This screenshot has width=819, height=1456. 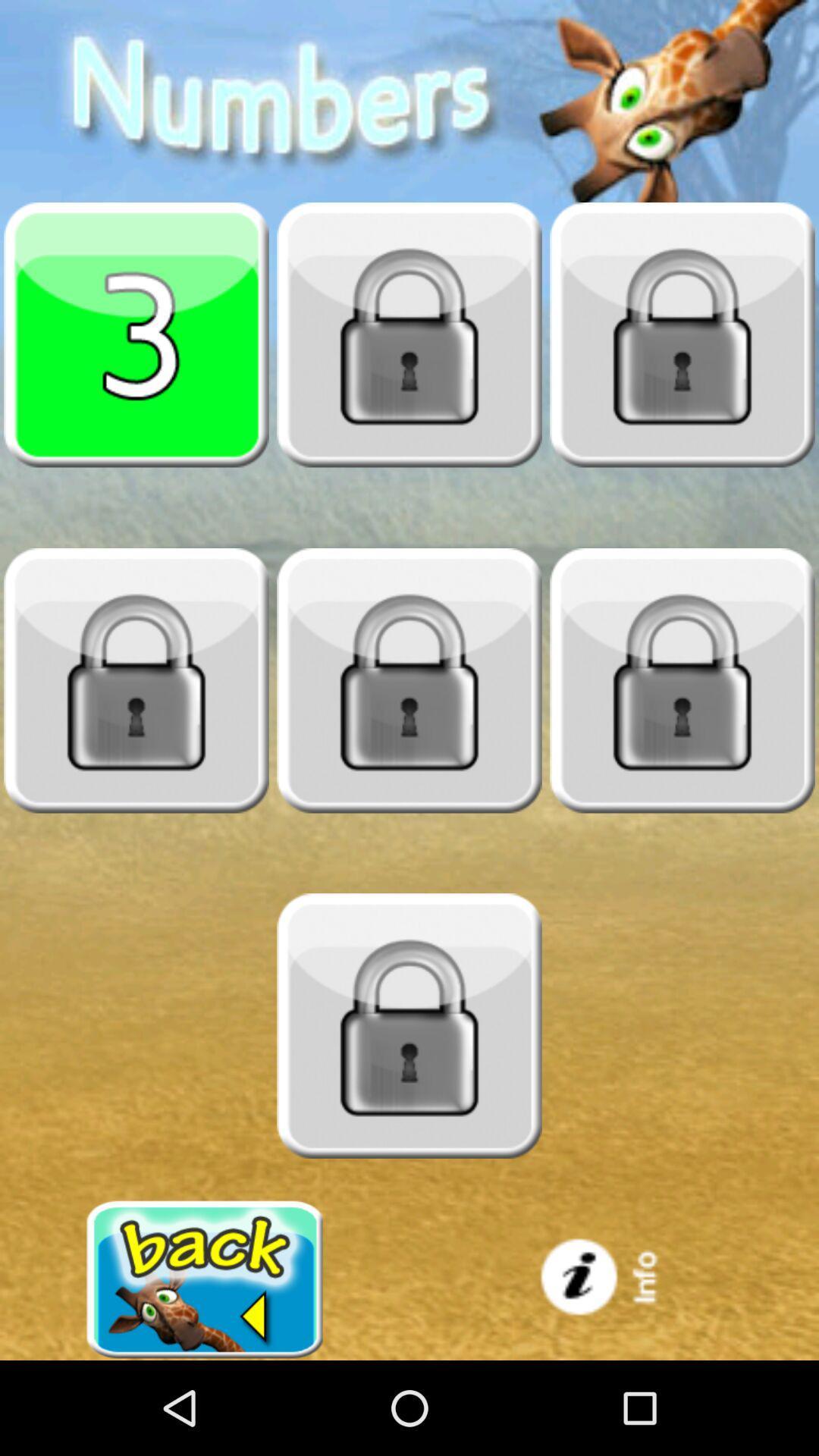 I want to click on locked number, so click(x=681, y=334).